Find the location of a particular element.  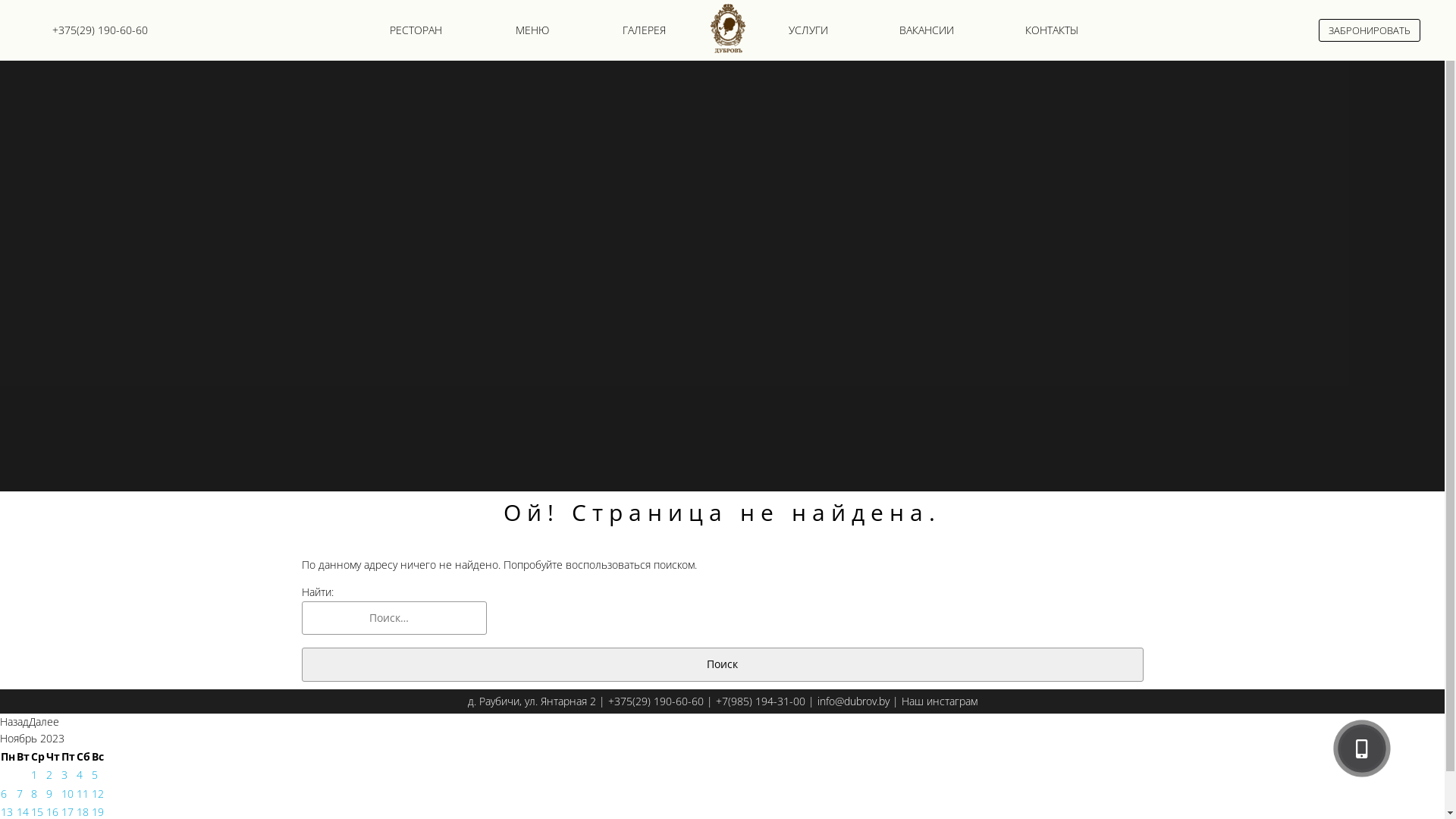

'+375(29) 190-60-60' is located at coordinates (655, 701).